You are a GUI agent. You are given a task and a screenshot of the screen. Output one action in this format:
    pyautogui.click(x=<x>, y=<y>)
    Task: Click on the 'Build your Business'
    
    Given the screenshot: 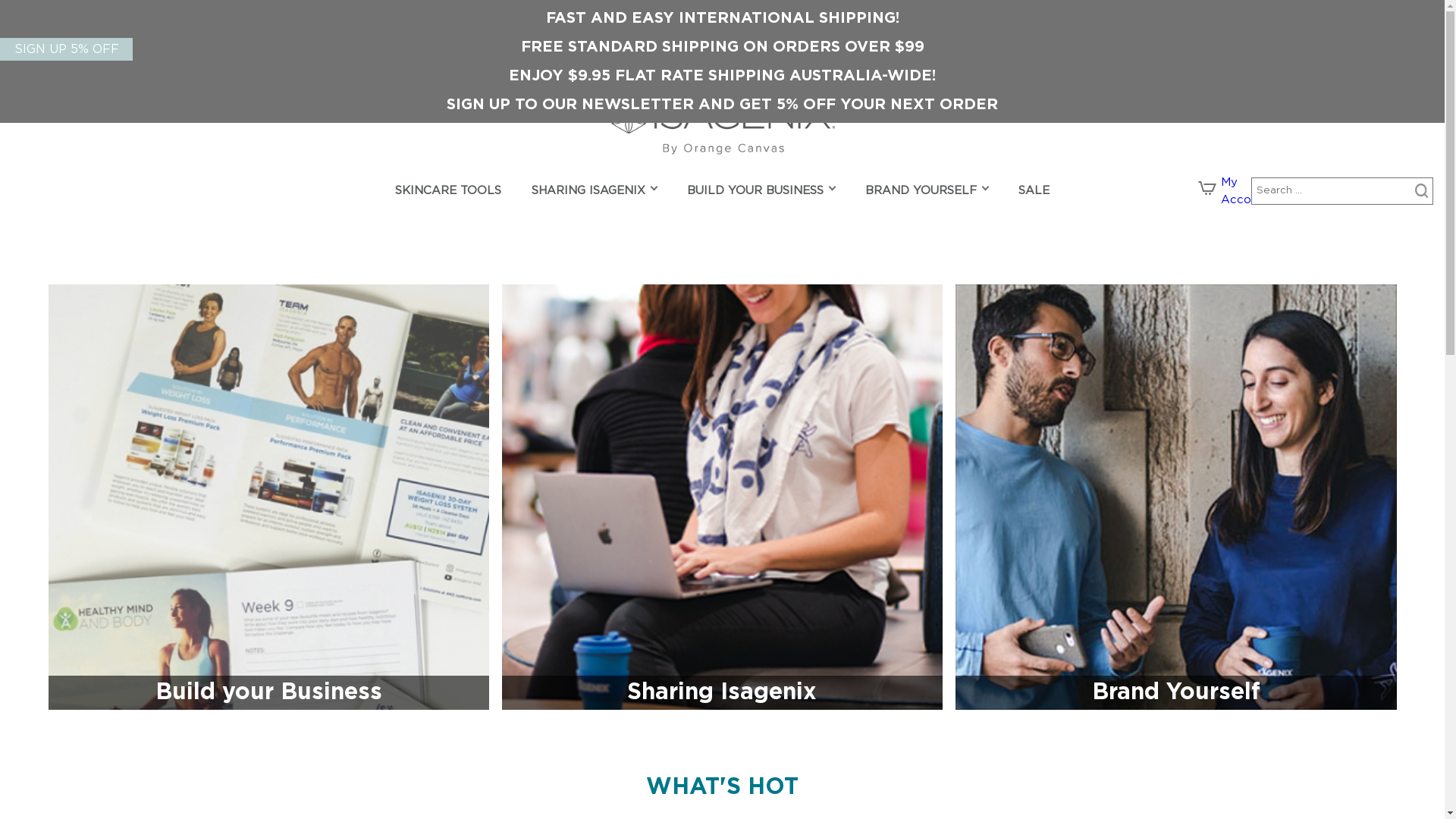 What is the action you would take?
    pyautogui.click(x=268, y=497)
    